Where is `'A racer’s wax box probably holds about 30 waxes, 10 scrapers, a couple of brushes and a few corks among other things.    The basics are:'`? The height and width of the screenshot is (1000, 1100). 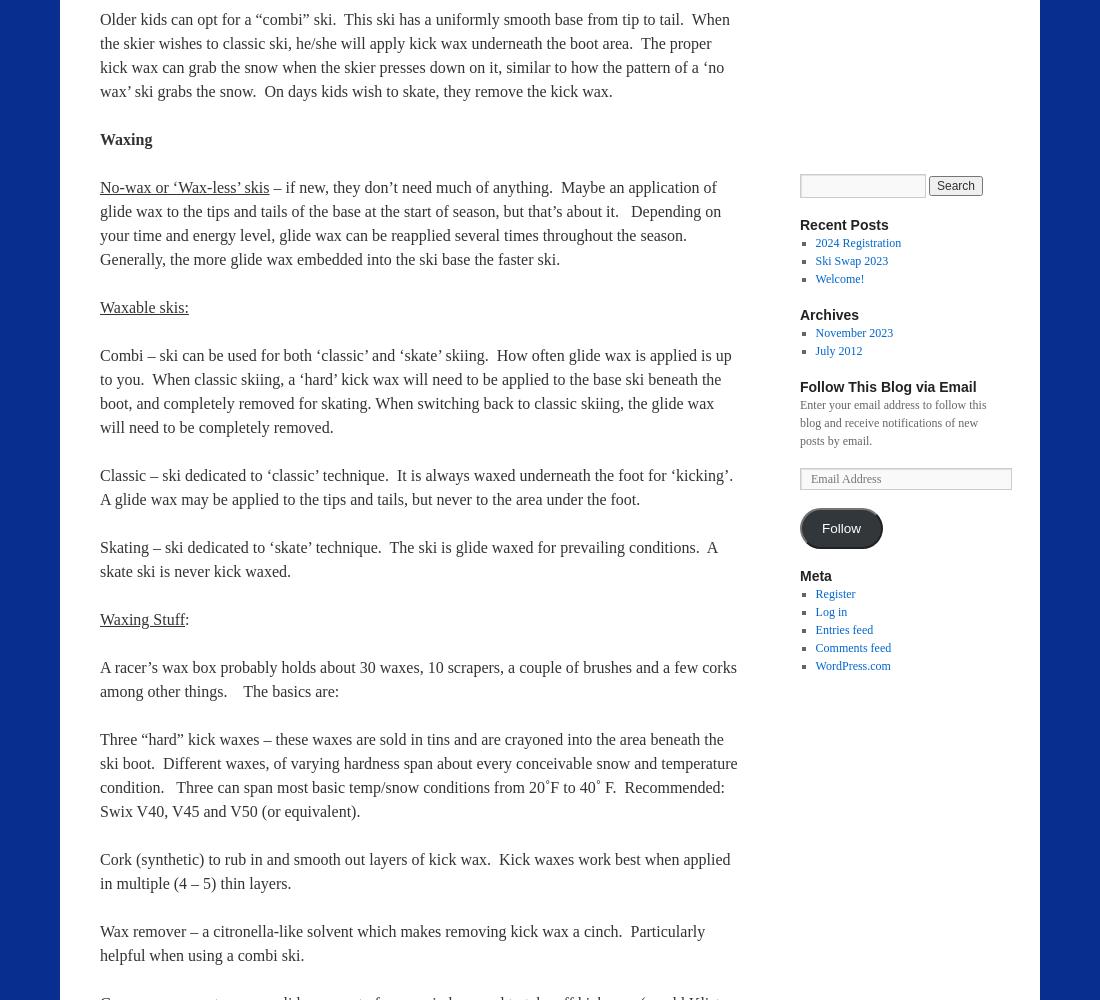 'A racer’s wax box probably holds about 30 waxes, 10 scrapers, a couple of brushes and a few corks among other things.    The basics are:' is located at coordinates (417, 679).